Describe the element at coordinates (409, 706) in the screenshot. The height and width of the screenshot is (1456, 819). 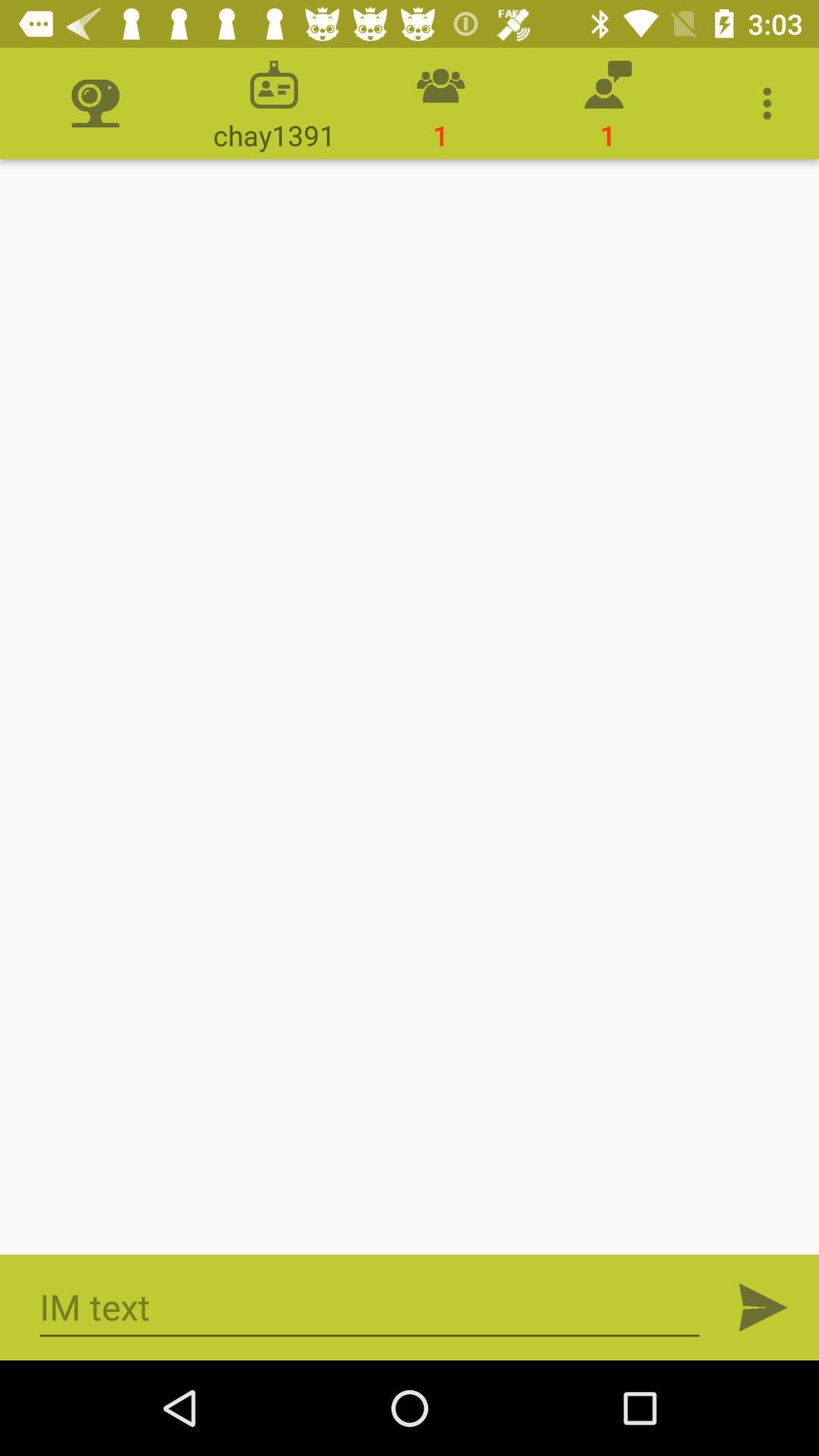
I see `blank page` at that location.